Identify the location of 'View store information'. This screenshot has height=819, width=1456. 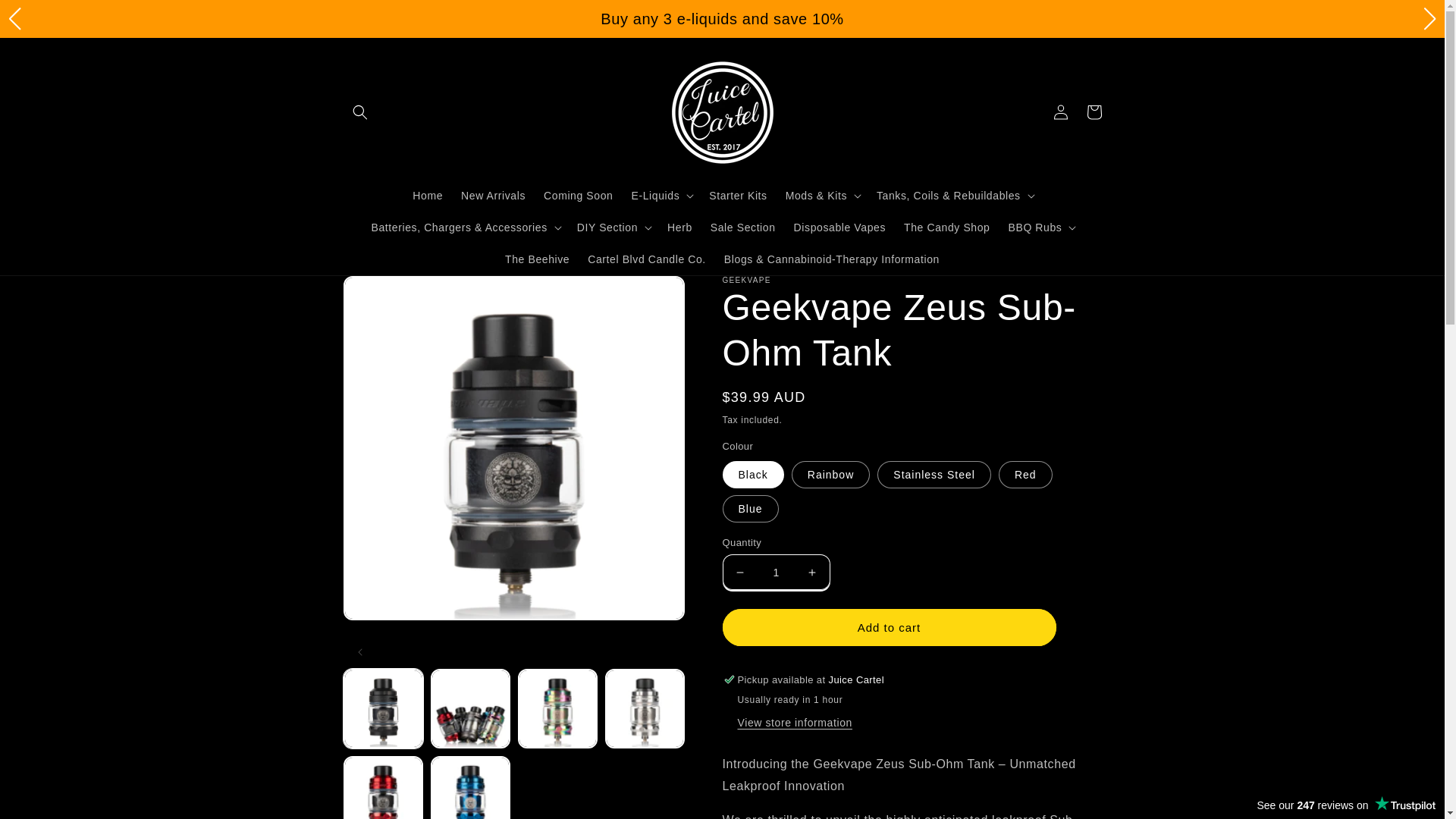
(736, 722).